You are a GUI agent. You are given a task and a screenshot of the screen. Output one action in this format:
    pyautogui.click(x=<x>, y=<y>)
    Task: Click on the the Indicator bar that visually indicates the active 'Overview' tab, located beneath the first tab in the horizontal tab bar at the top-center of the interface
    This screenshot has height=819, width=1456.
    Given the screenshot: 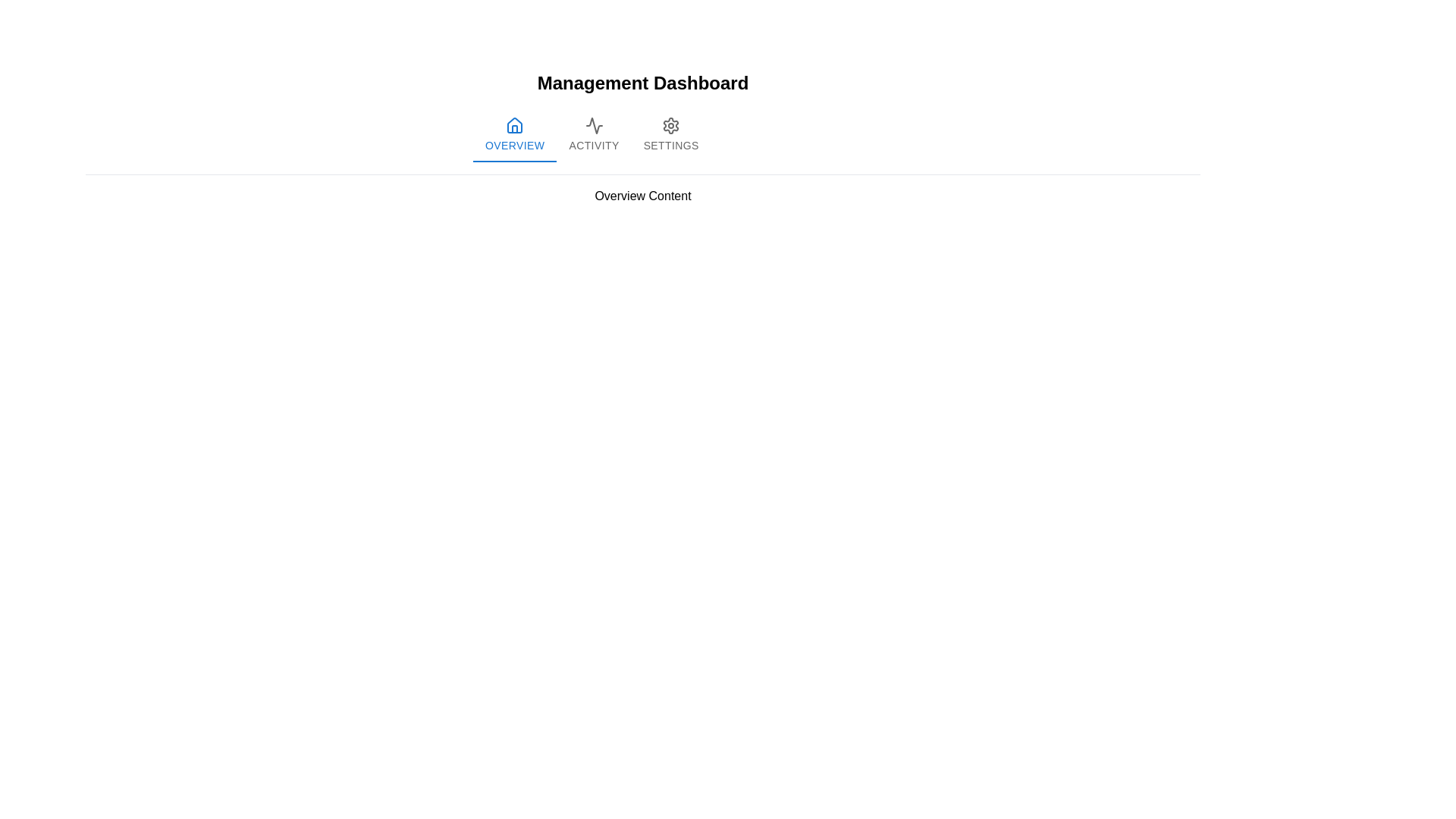 What is the action you would take?
    pyautogui.click(x=515, y=161)
    